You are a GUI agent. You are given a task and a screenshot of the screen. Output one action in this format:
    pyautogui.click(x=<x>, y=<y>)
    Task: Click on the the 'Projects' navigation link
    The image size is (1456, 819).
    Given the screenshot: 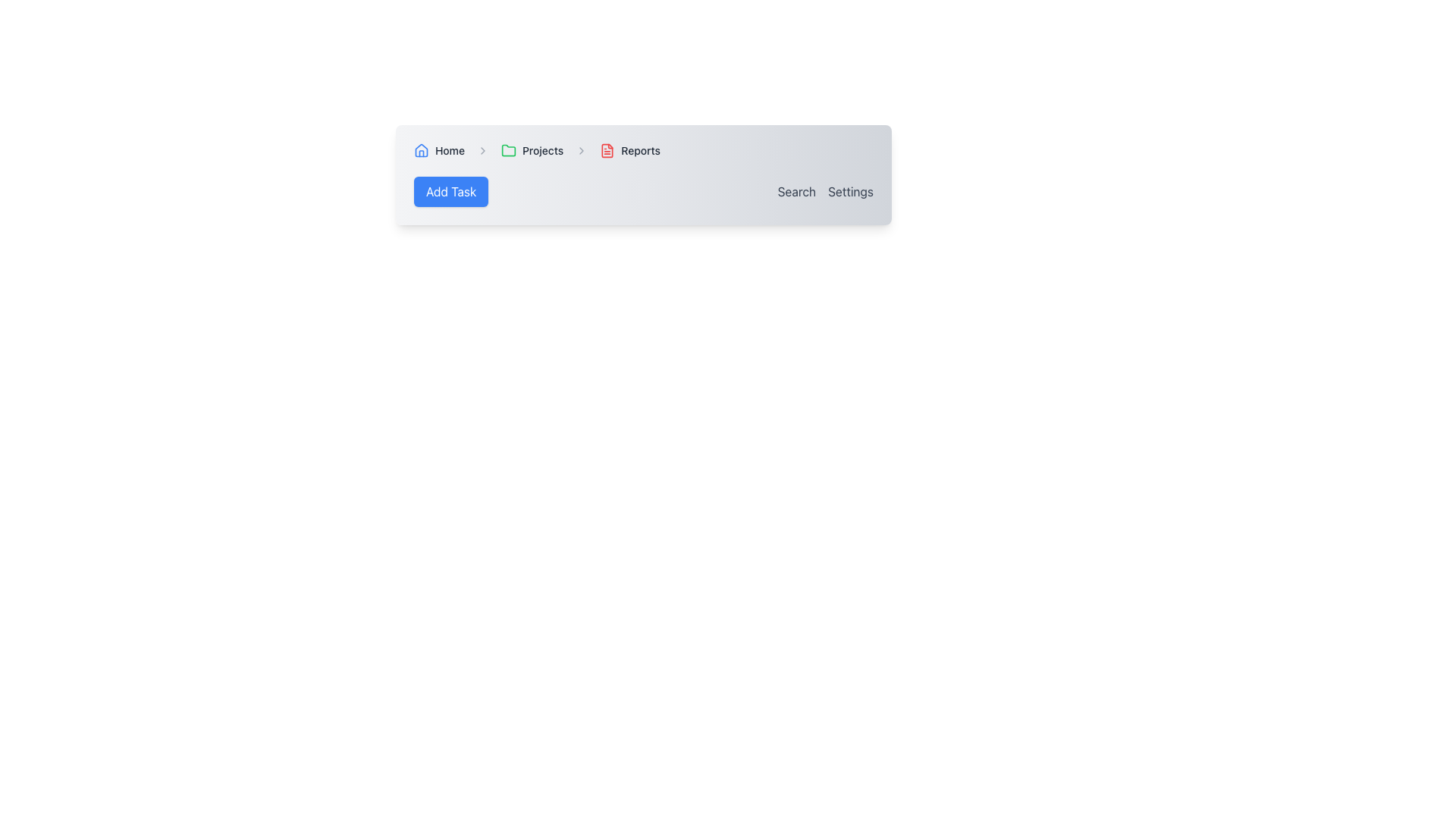 What is the action you would take?
    pyautogui.click(x=532, y=151)
    